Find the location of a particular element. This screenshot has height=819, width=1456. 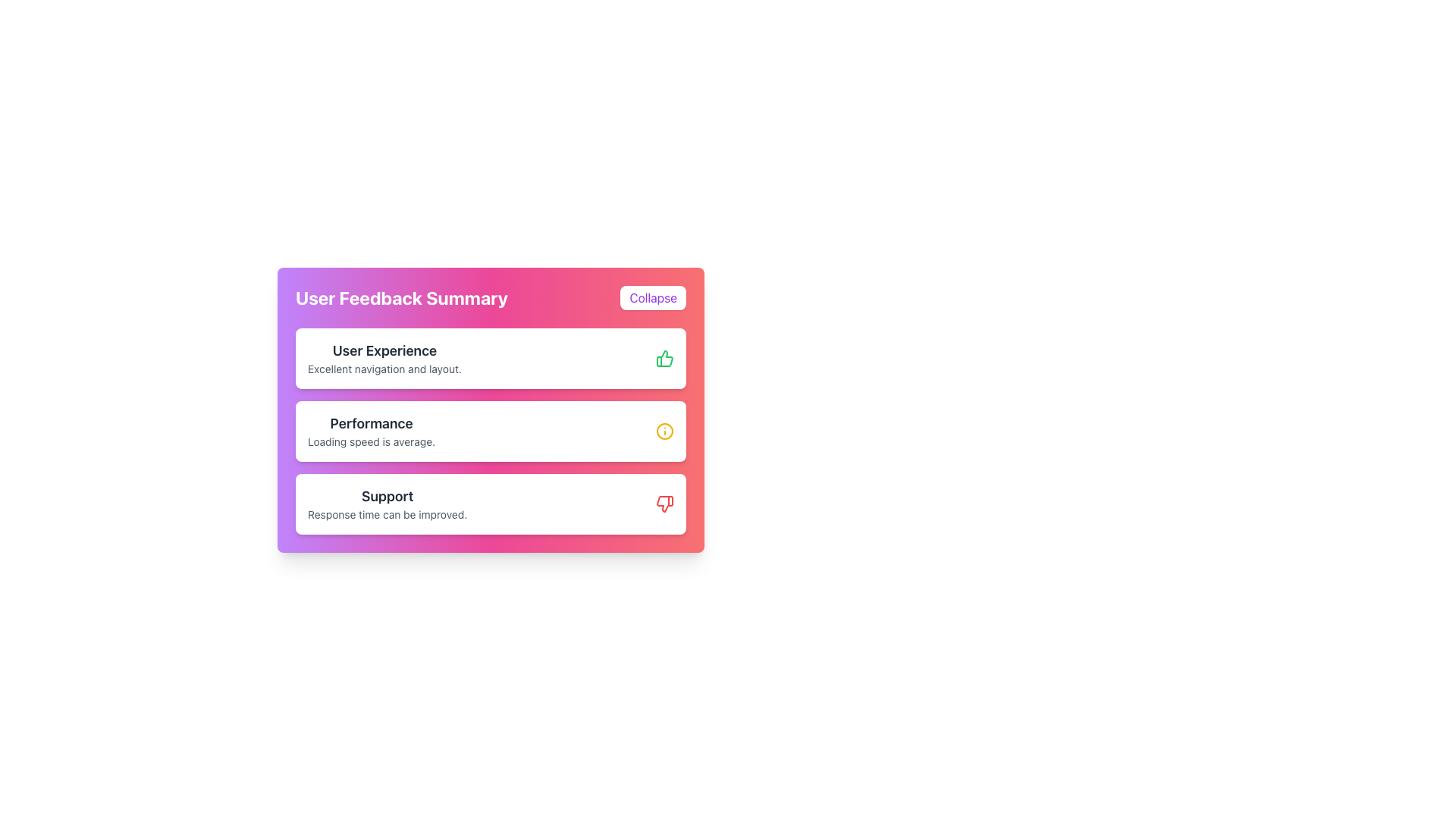

the red thumbs-down icon (SVG graphic) located on the right side of the feedback section labeled 'Support', which indicates dissatisfaction is located at coordinates (665, 504).